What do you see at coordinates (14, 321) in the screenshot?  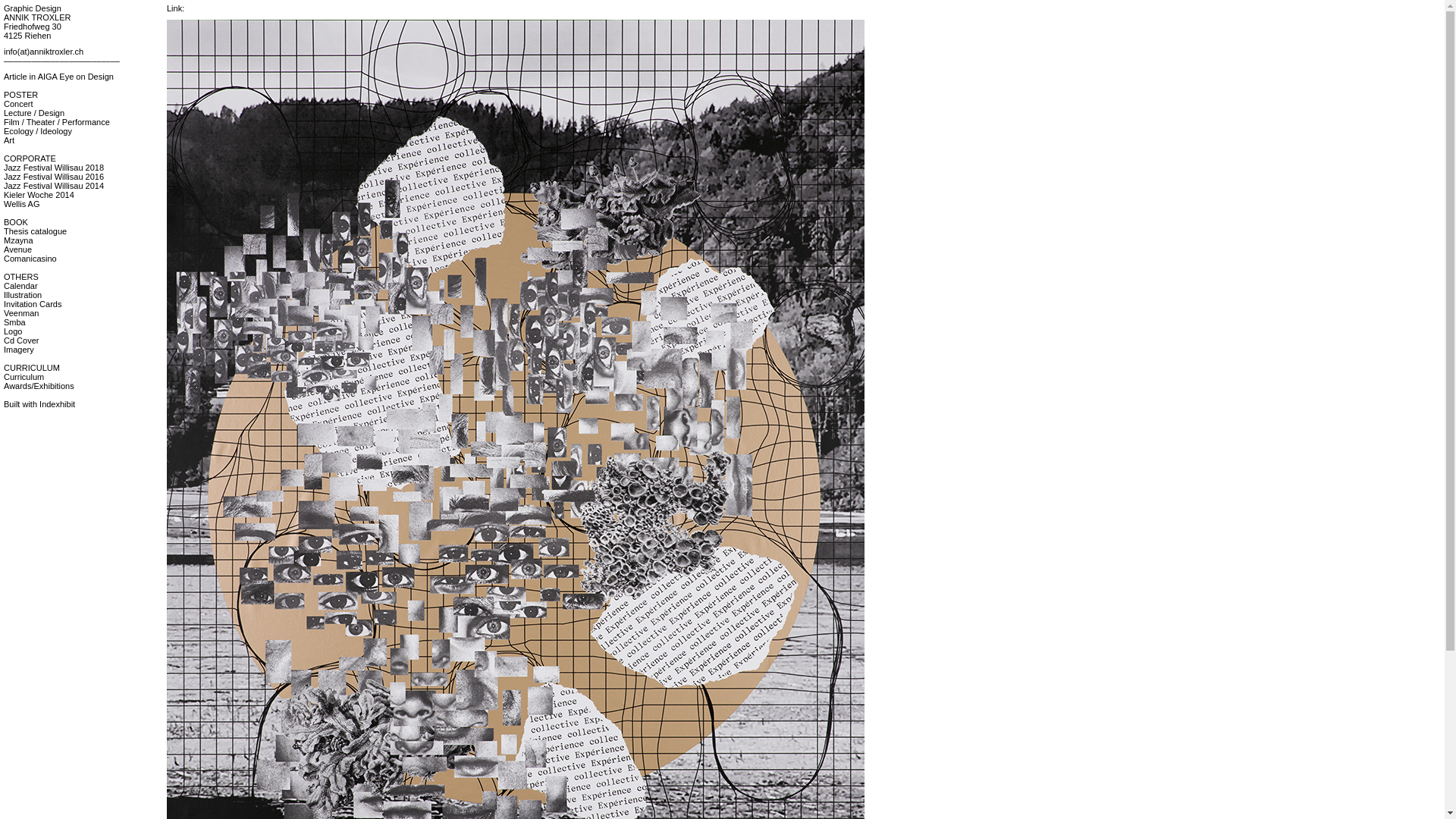 I see `'Smba'` at bounding box center [14, 321].